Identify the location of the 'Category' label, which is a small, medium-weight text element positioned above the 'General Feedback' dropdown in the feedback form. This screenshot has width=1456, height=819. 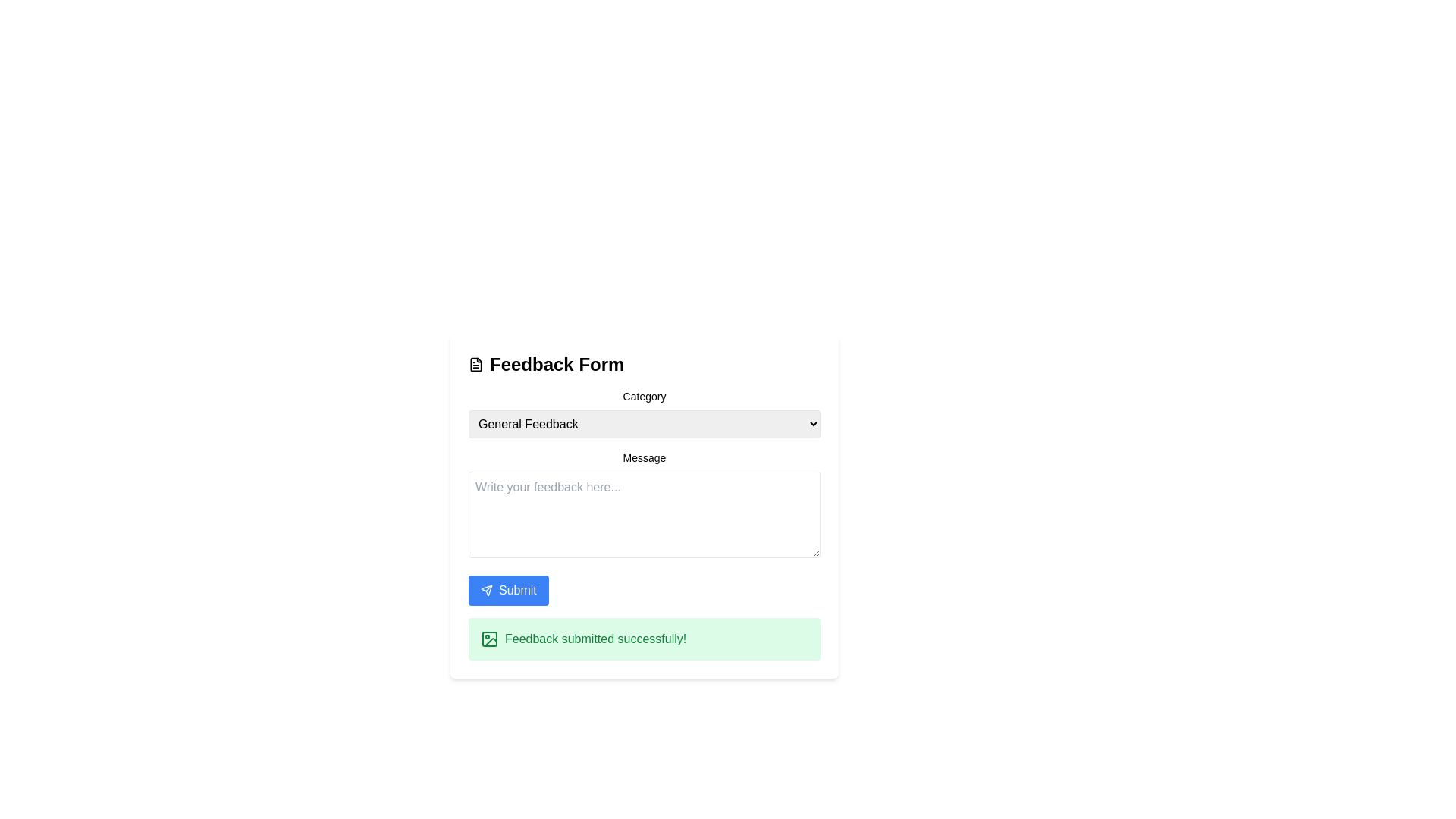
(644, 396).